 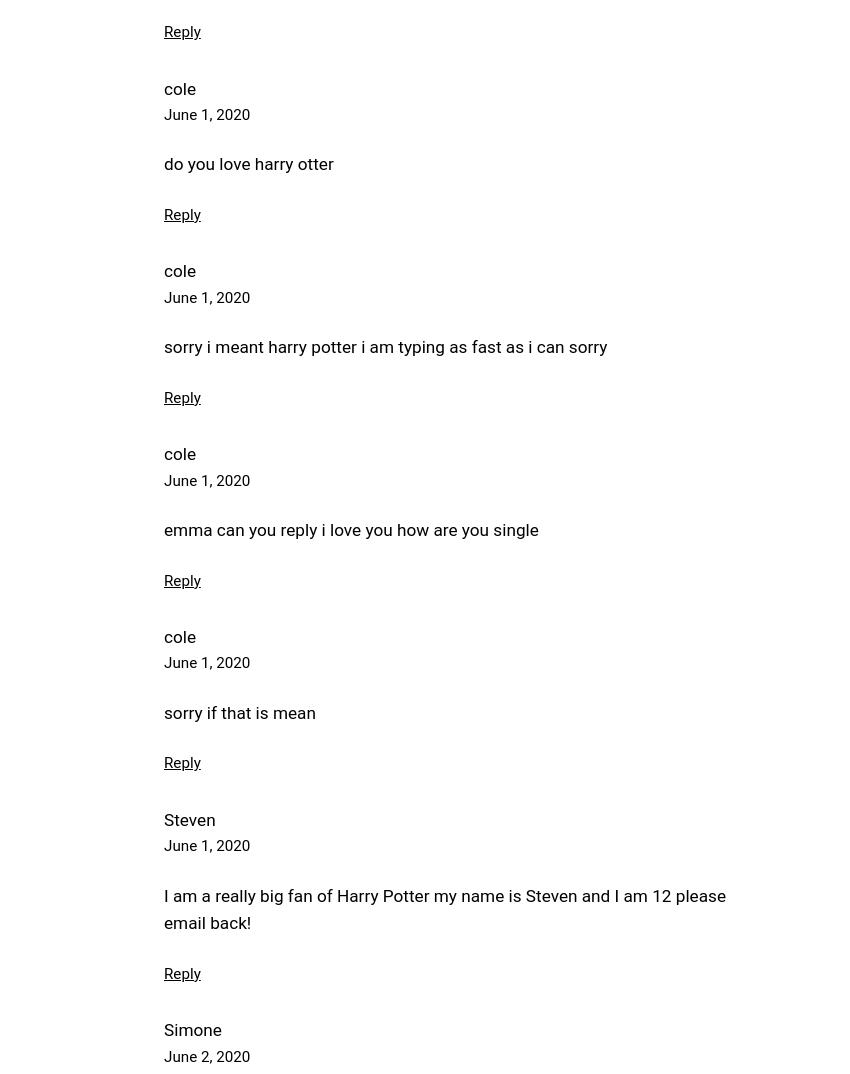 I want to click on 'June 2, 2020', so click(x=163, y=1055).